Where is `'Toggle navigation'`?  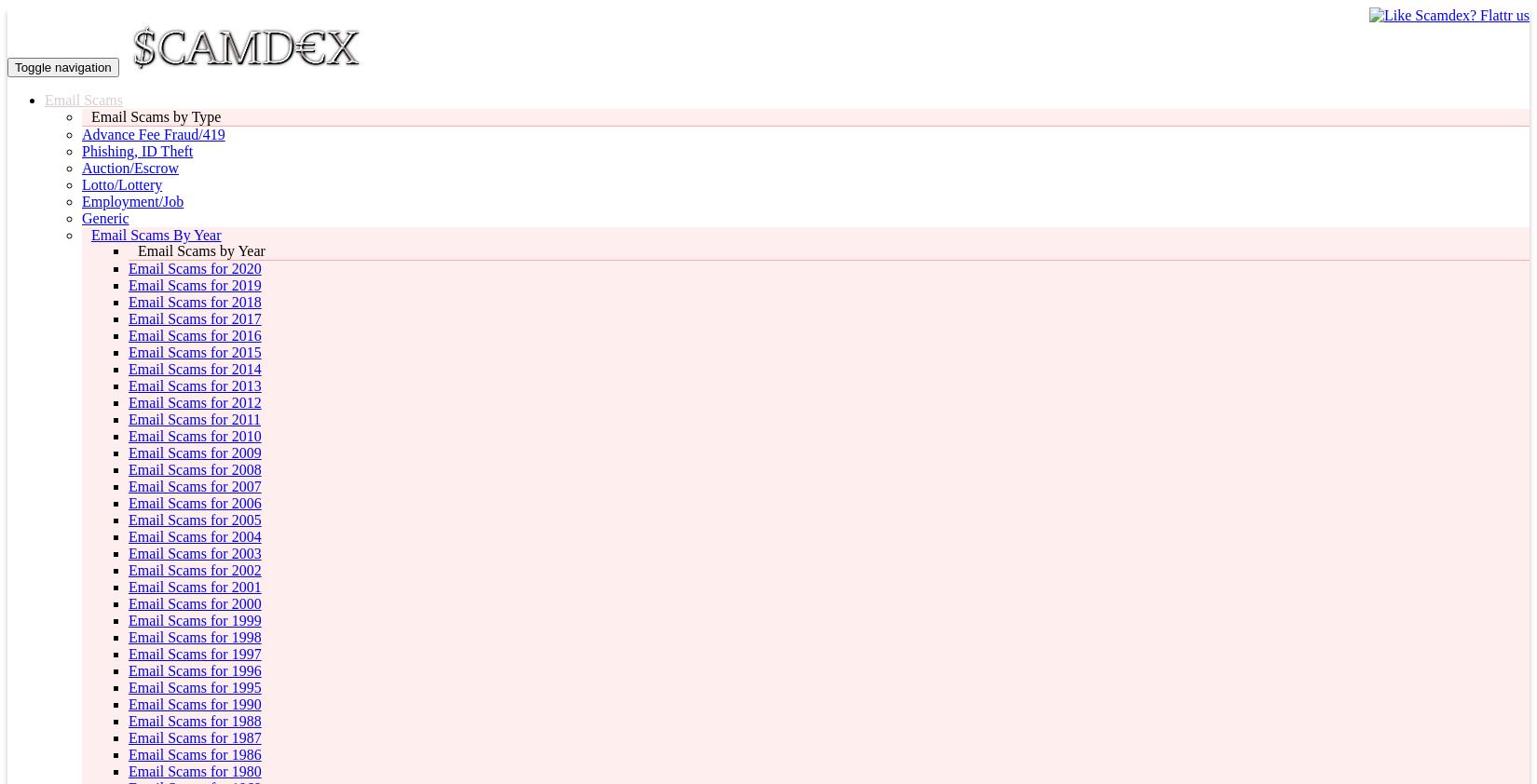
'Toggle navigation' is located at coordinates (62, 66).